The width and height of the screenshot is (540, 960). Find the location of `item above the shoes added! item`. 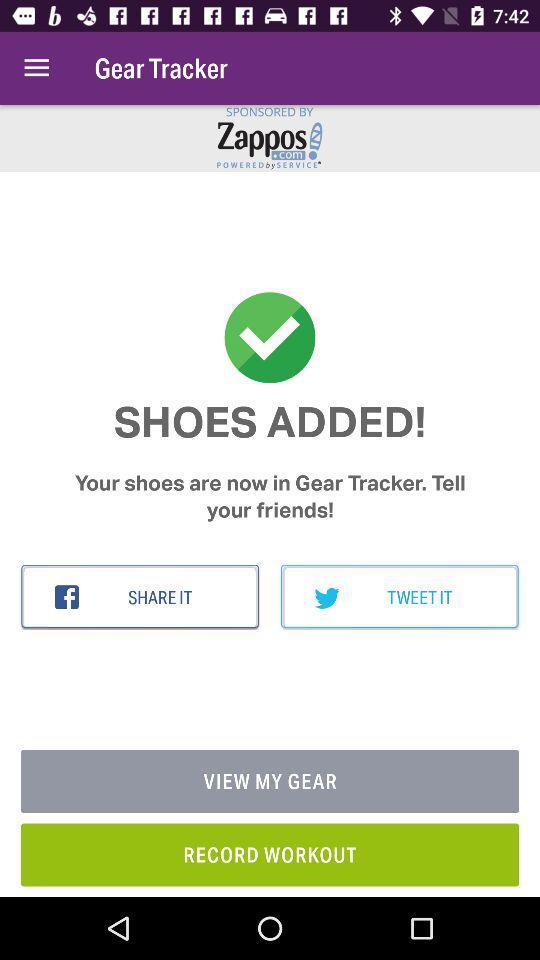

item above the shoes added! item is located at coordinates (36, 68).